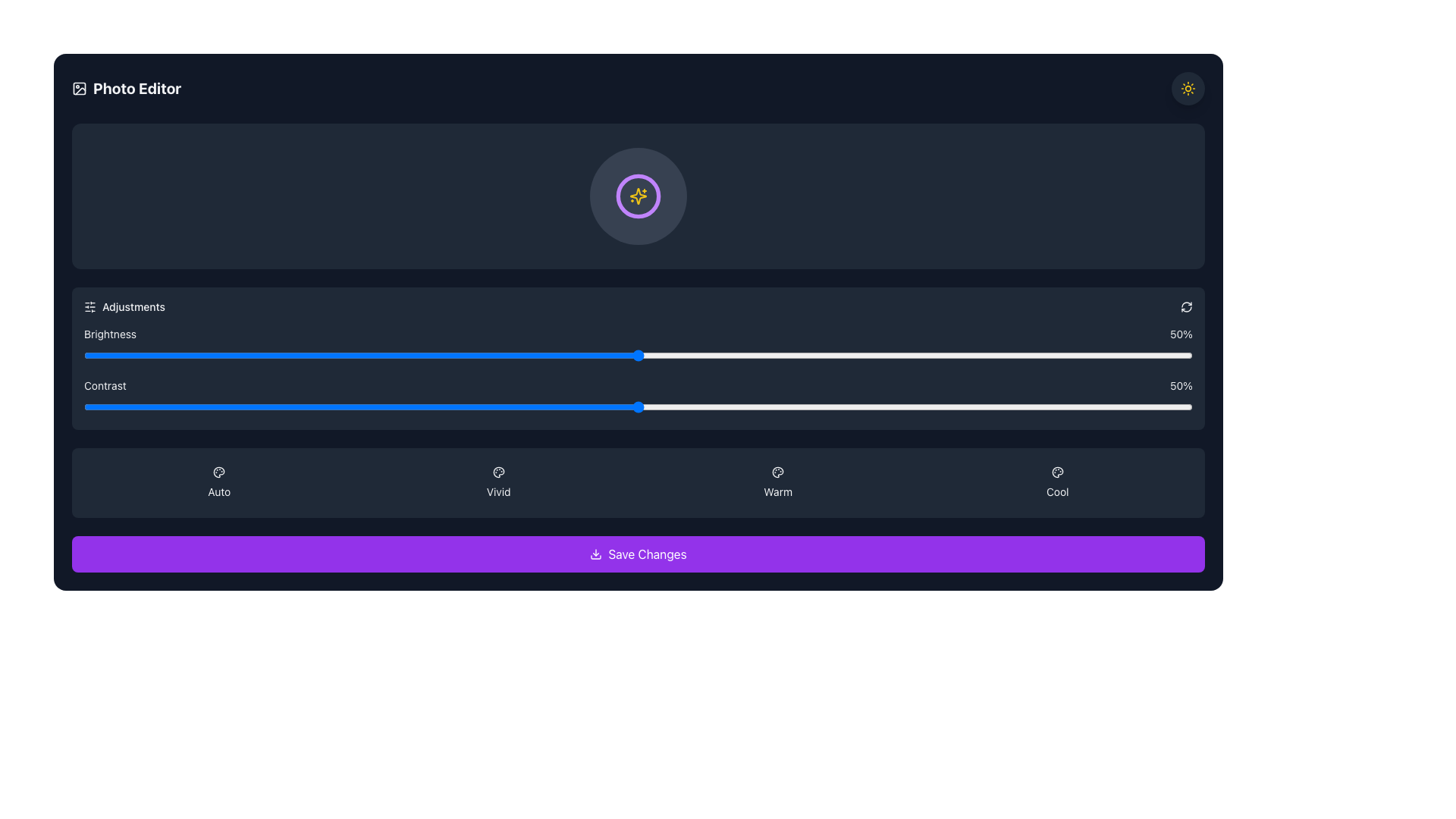 This screenshot has width=1456, height=819. I want to click on contrast, so click(848, 356).